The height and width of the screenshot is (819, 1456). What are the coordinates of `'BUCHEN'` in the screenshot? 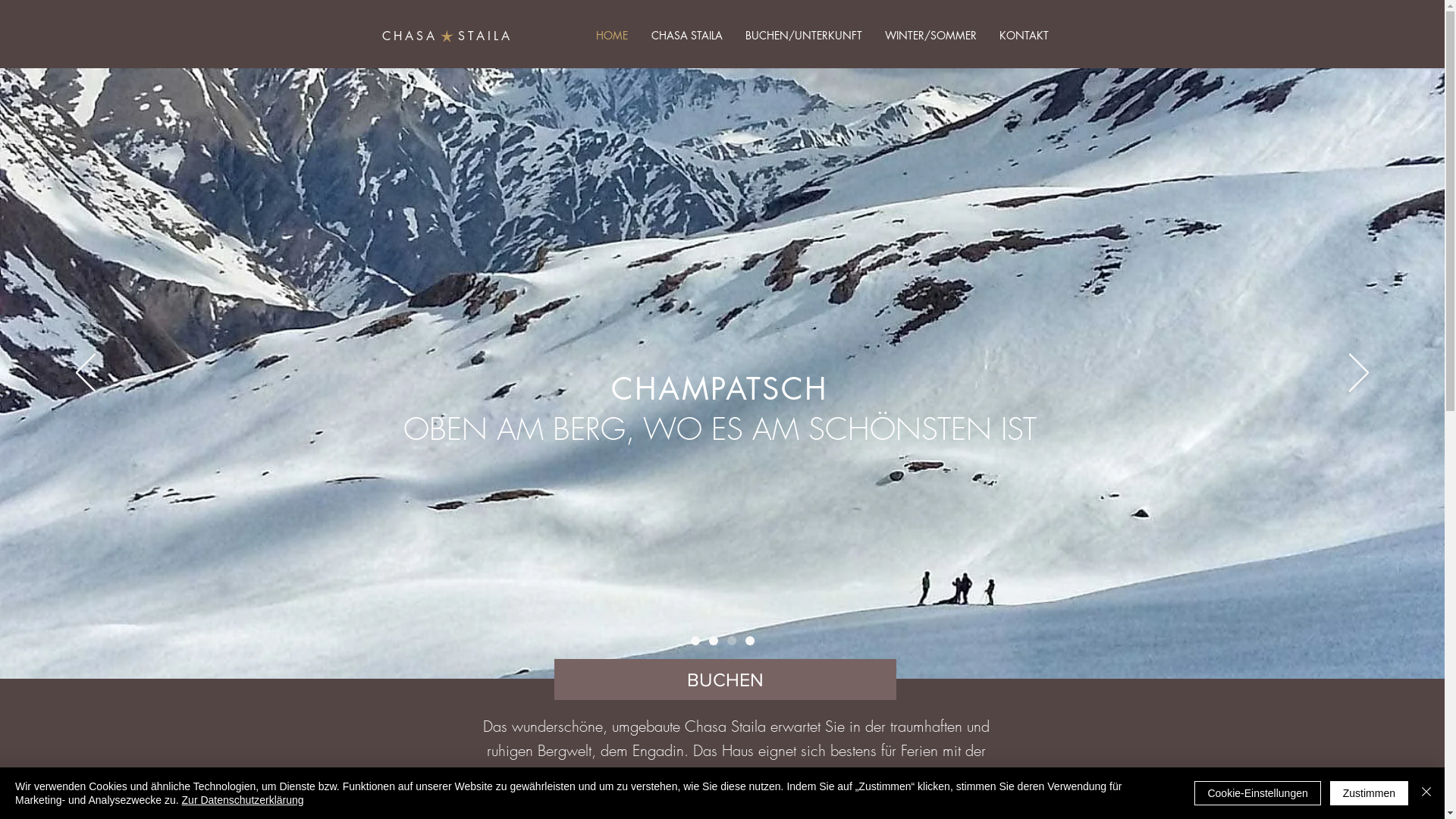 It's located at (723, 678).